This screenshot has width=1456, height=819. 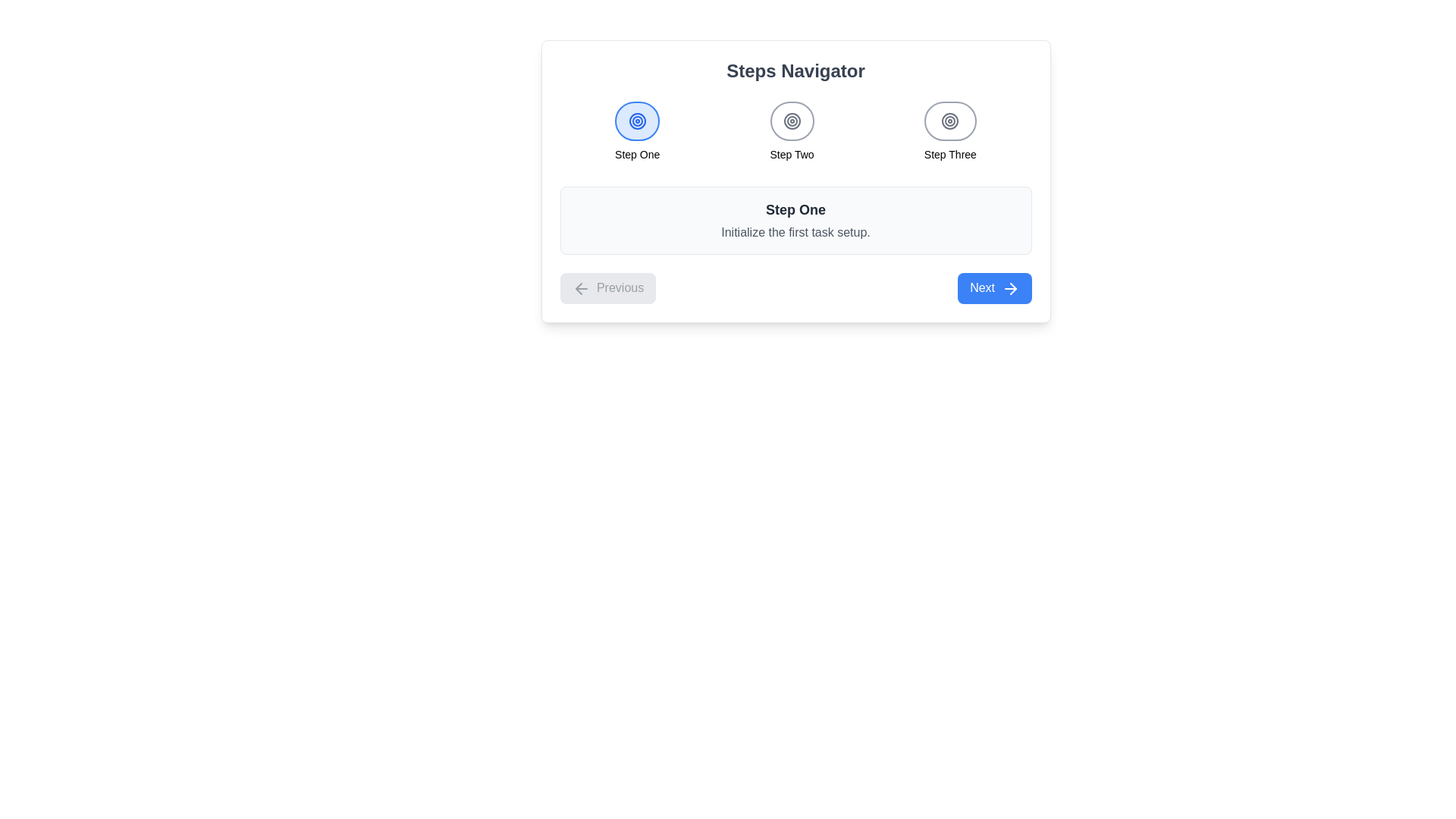 What do you see at coordinates (791, 155) in the screenshot?
I see `text label indicating 'Step Two' located under the middle circular step indicator in the step navigation bar` at bounding box center [791, 155].